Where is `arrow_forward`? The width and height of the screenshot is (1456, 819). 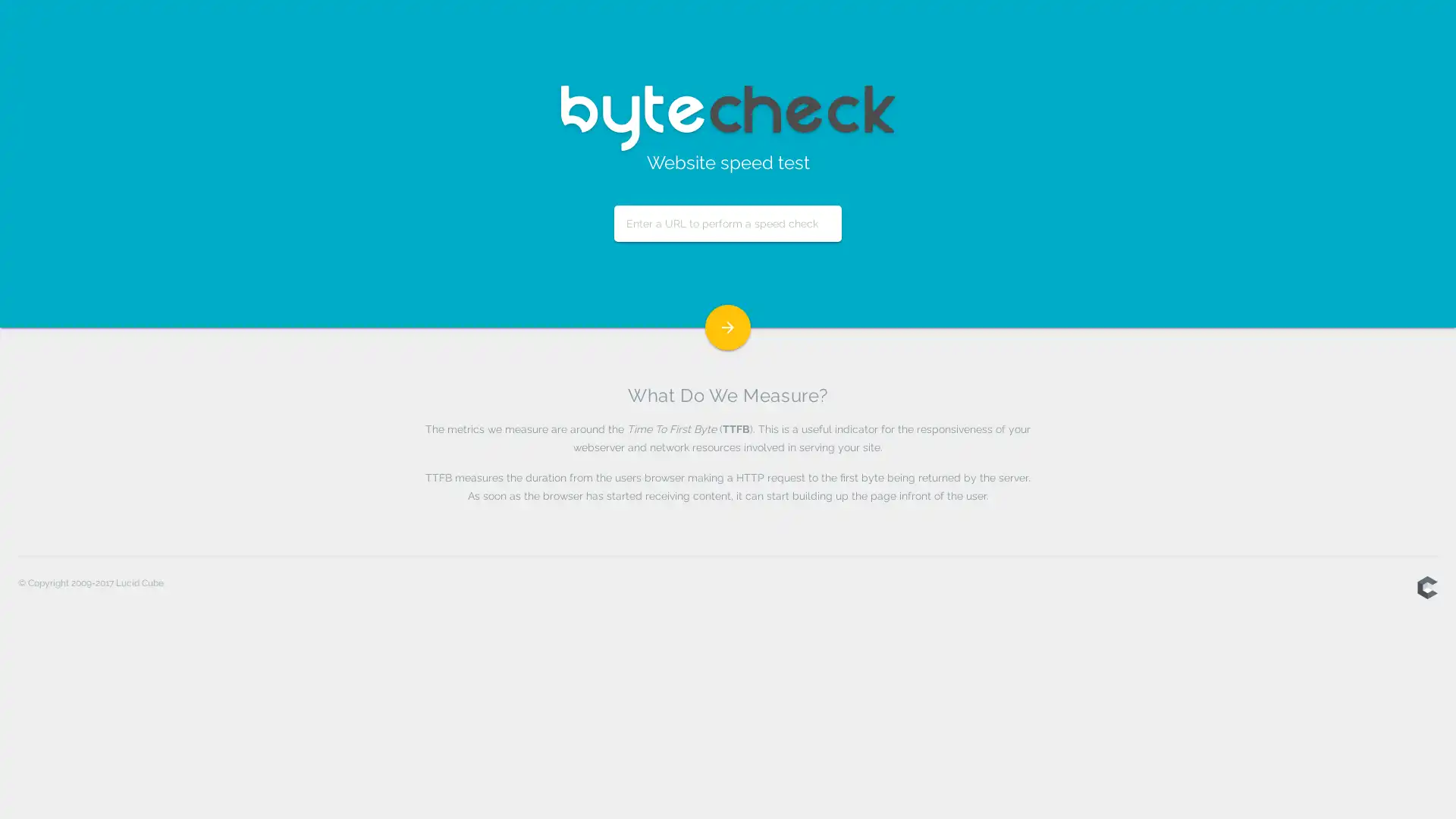 arrow_forward is located at coordinates (728, 327).